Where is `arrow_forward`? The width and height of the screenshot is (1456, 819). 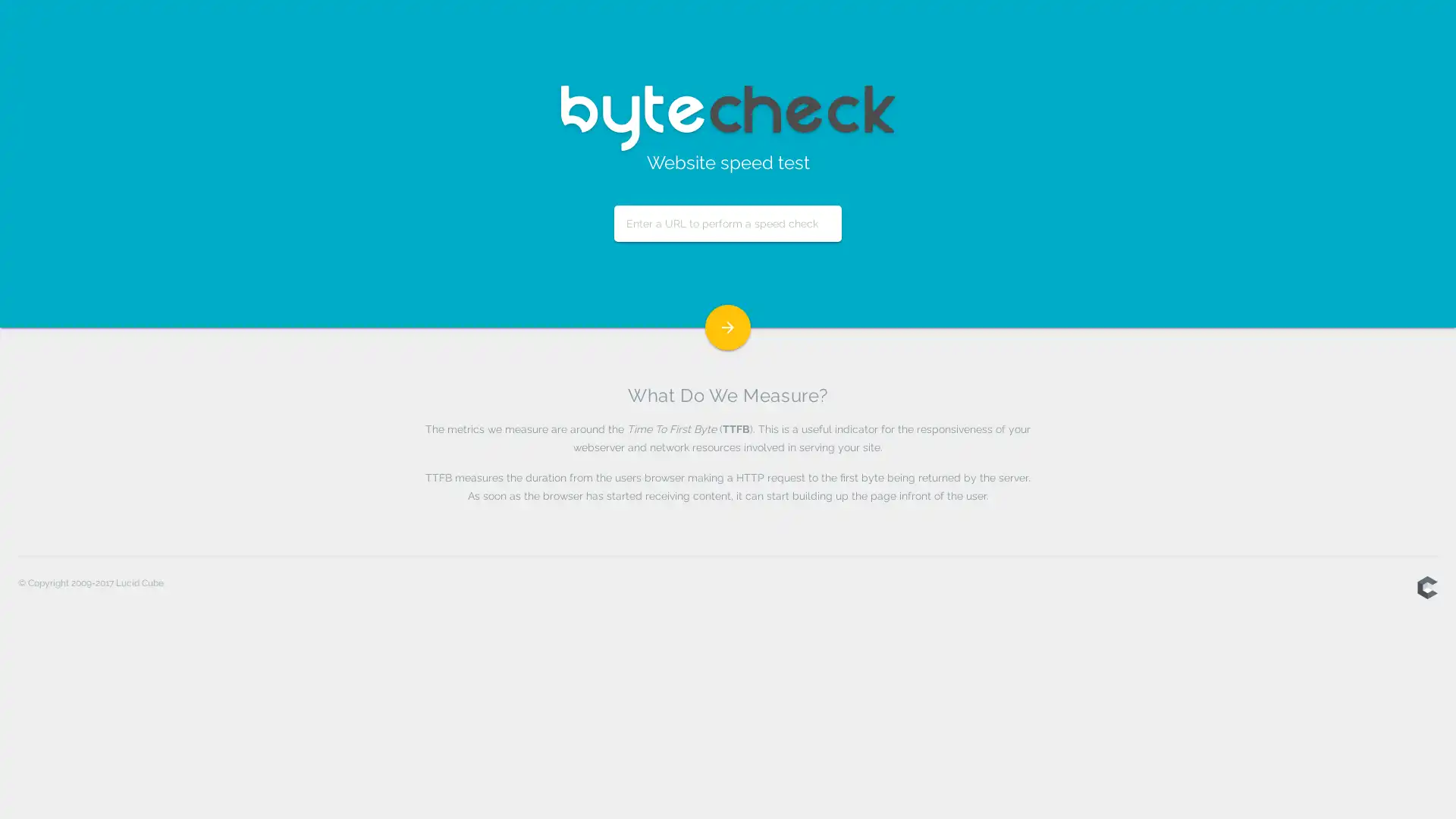 arrow_forward is located at coordinates (728, 327).